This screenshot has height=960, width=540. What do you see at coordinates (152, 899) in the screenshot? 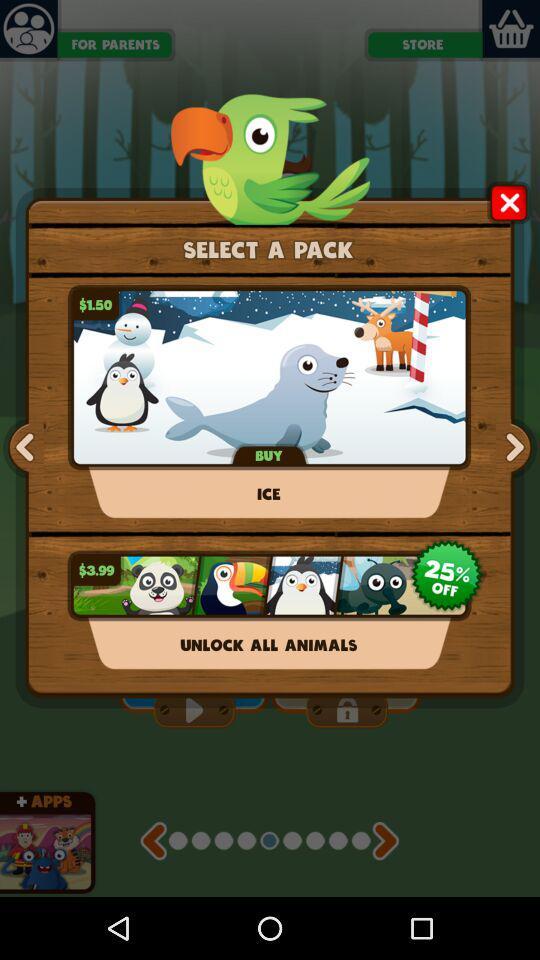
I see `the arrow_backward icon` at bounding box center [152, 899].